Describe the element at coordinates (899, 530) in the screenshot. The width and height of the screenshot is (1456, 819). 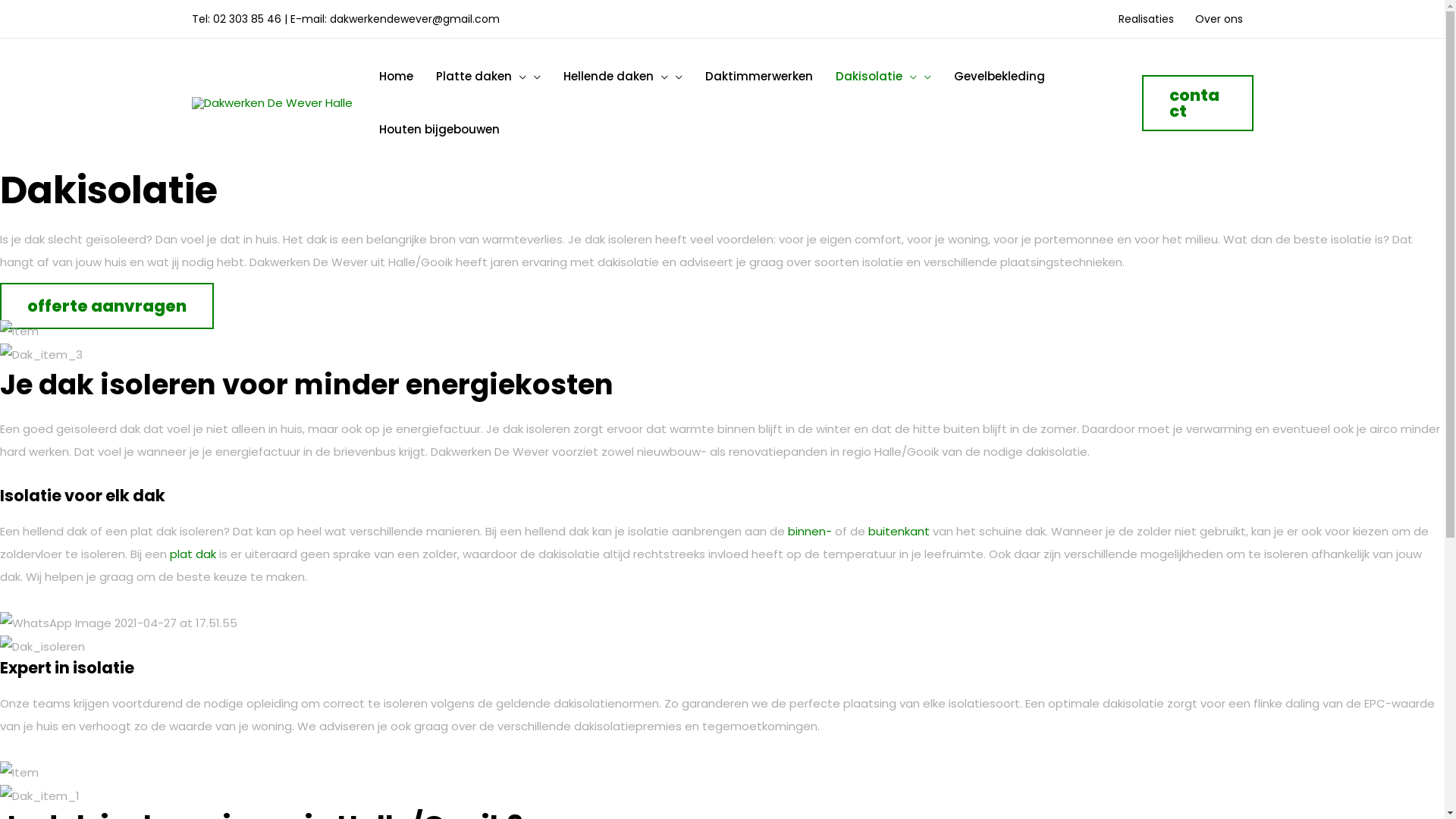
I see `'buitenkant'` at that location.